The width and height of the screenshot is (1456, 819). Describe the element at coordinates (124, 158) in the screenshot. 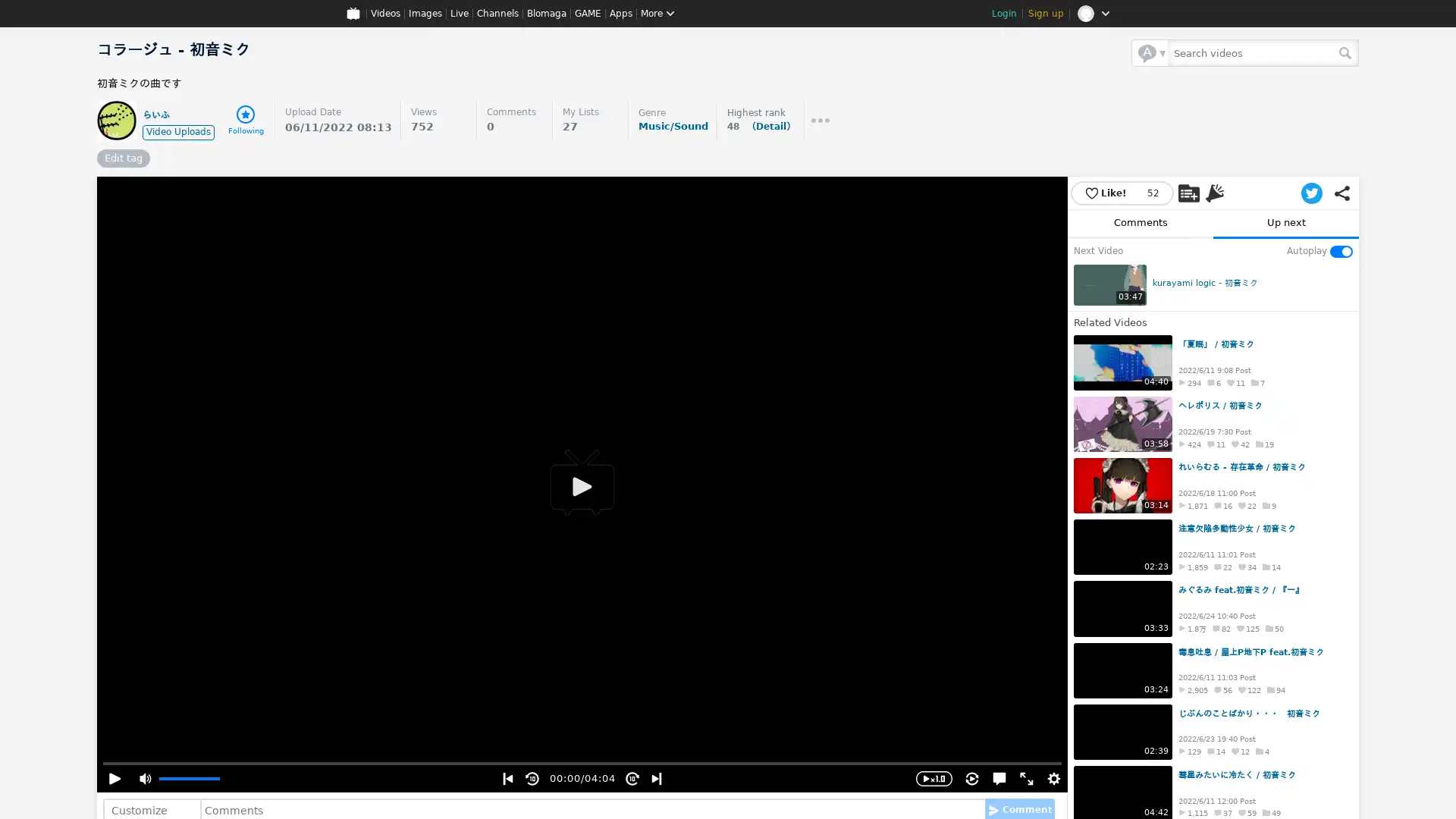

I see `Edit tag` at that location.